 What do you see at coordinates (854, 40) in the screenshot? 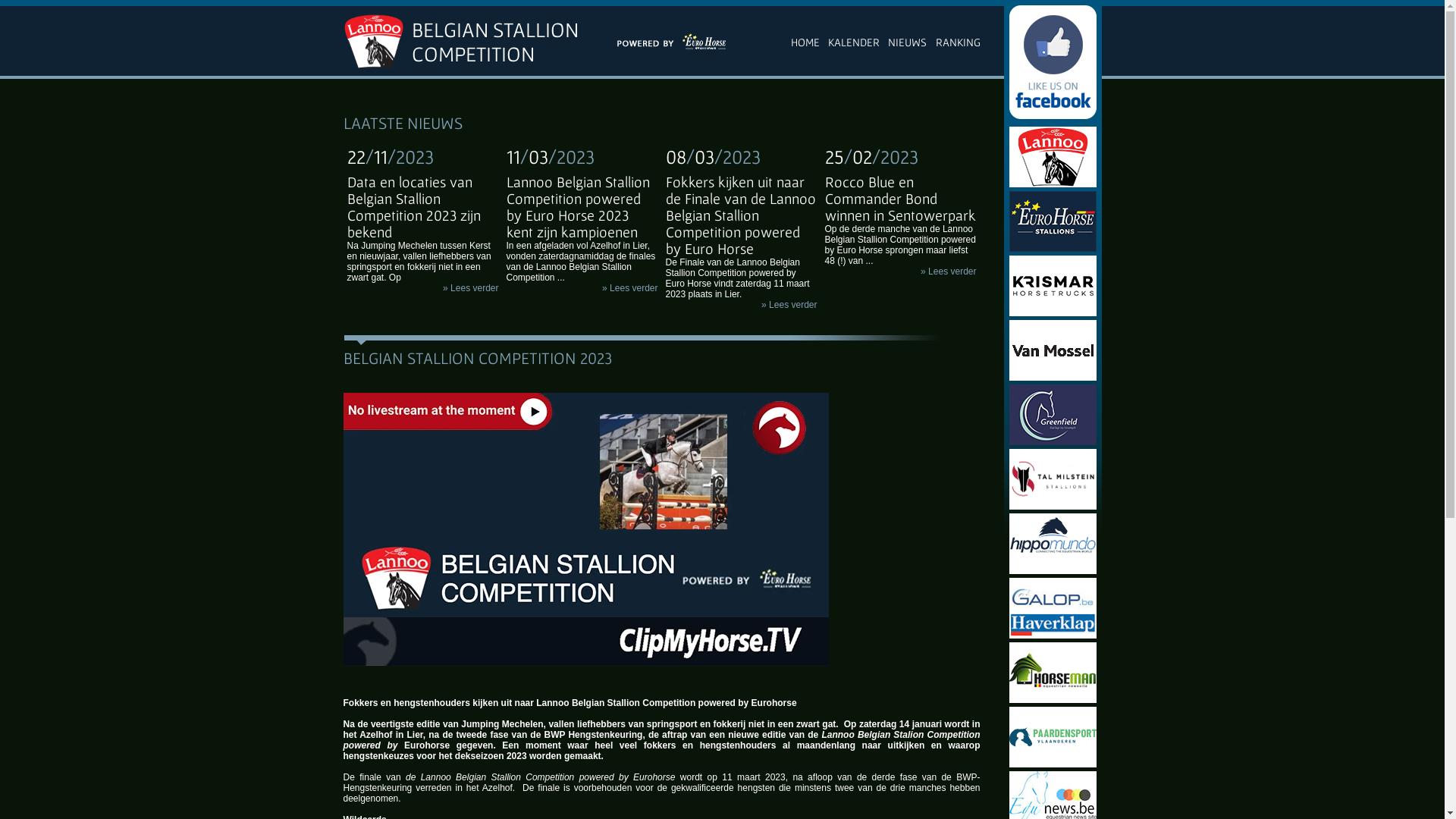
I see `'KALENDER'` at bounding box center [854, 40].